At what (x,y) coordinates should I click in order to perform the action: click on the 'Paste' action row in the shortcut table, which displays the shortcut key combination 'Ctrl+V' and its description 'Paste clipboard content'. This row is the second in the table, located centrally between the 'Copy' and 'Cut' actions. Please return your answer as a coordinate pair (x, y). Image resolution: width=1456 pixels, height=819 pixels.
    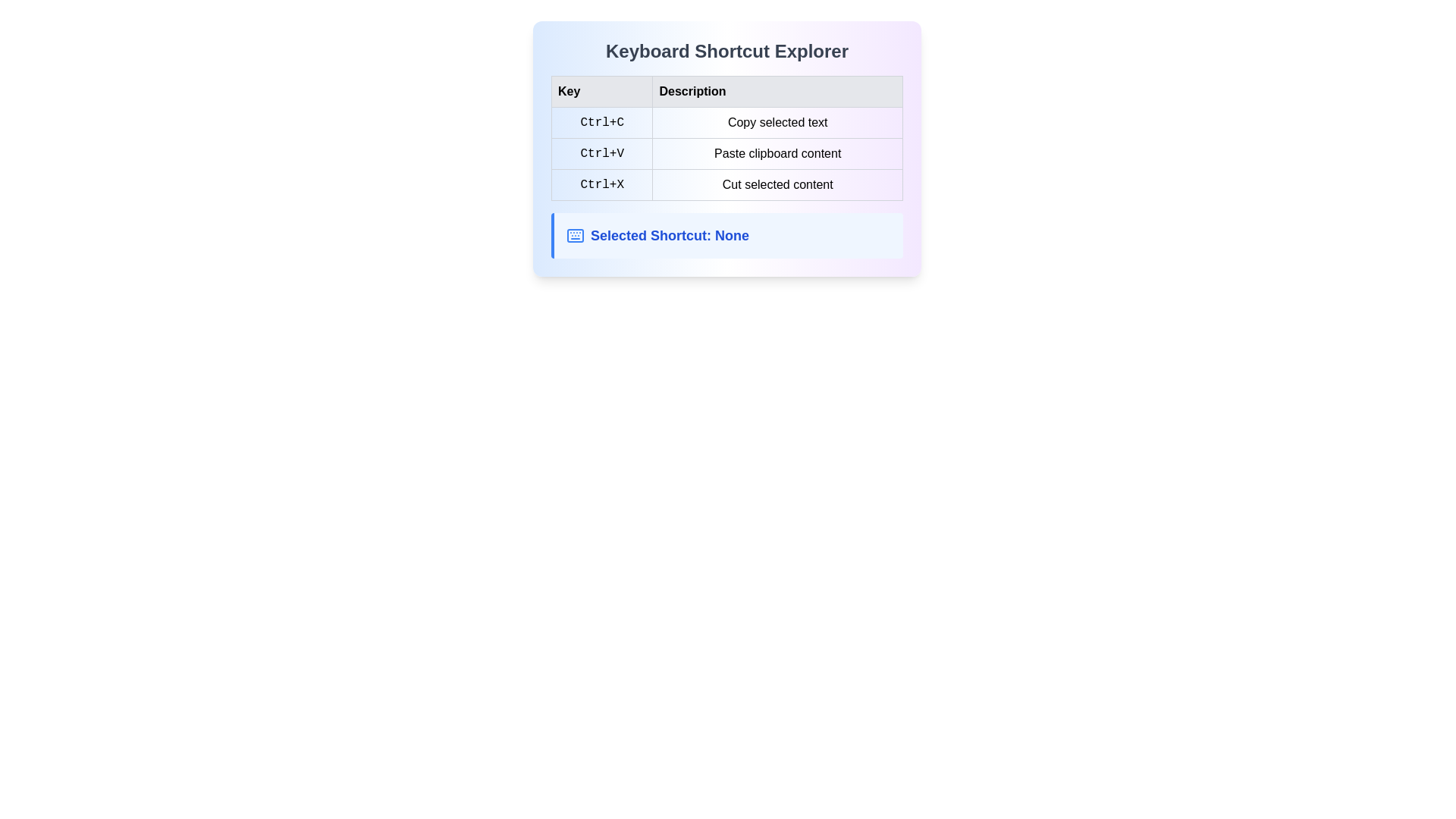
    Looking at the image, I should click on (726, 154).